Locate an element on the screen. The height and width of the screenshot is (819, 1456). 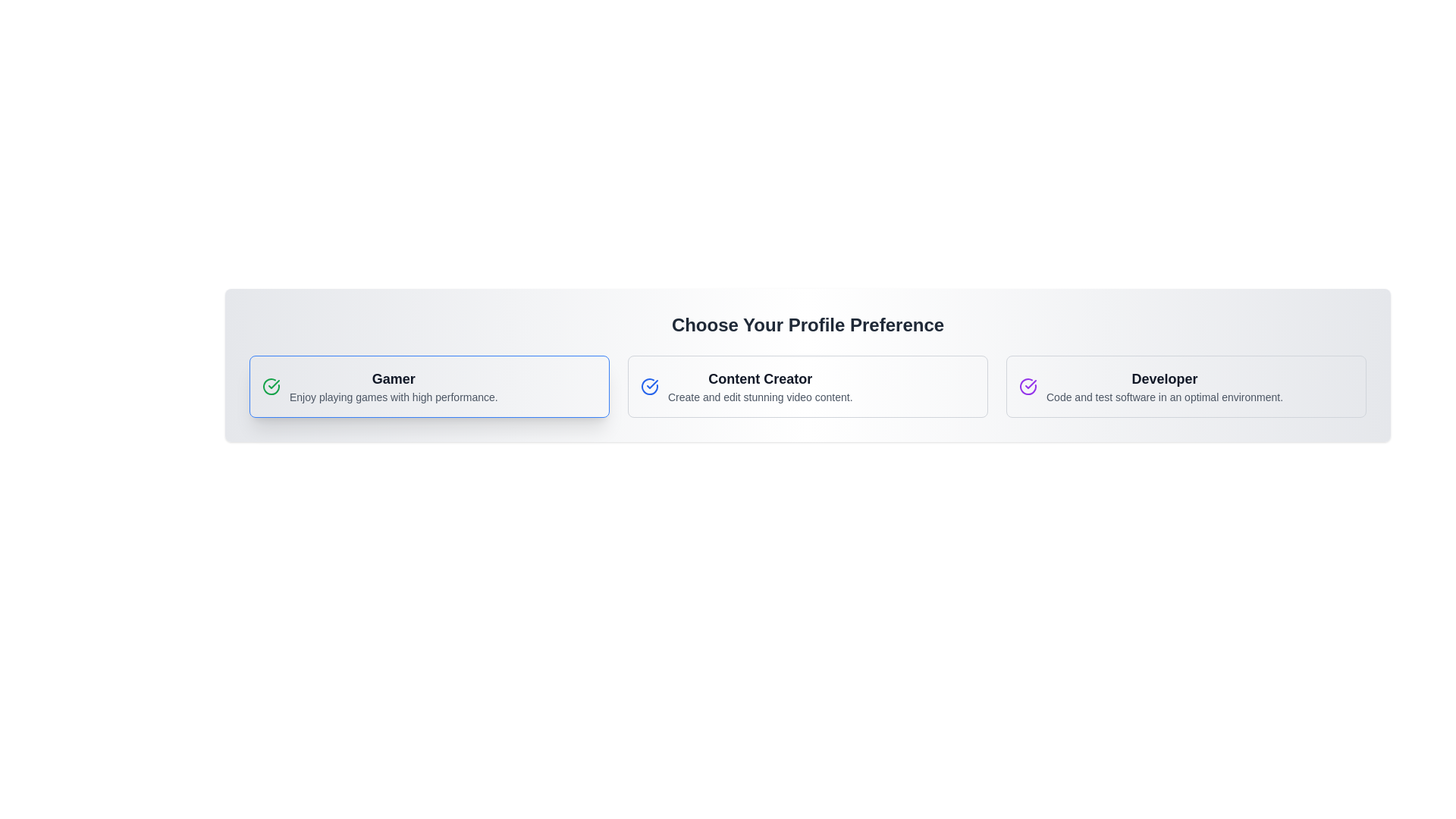
the text snippet reading 'Code and test software in an optimal environment.' which is located below the bold title 'Developer' in the rightmost section of a horizontally arranged group of options is located at coordinates (1164, 397).